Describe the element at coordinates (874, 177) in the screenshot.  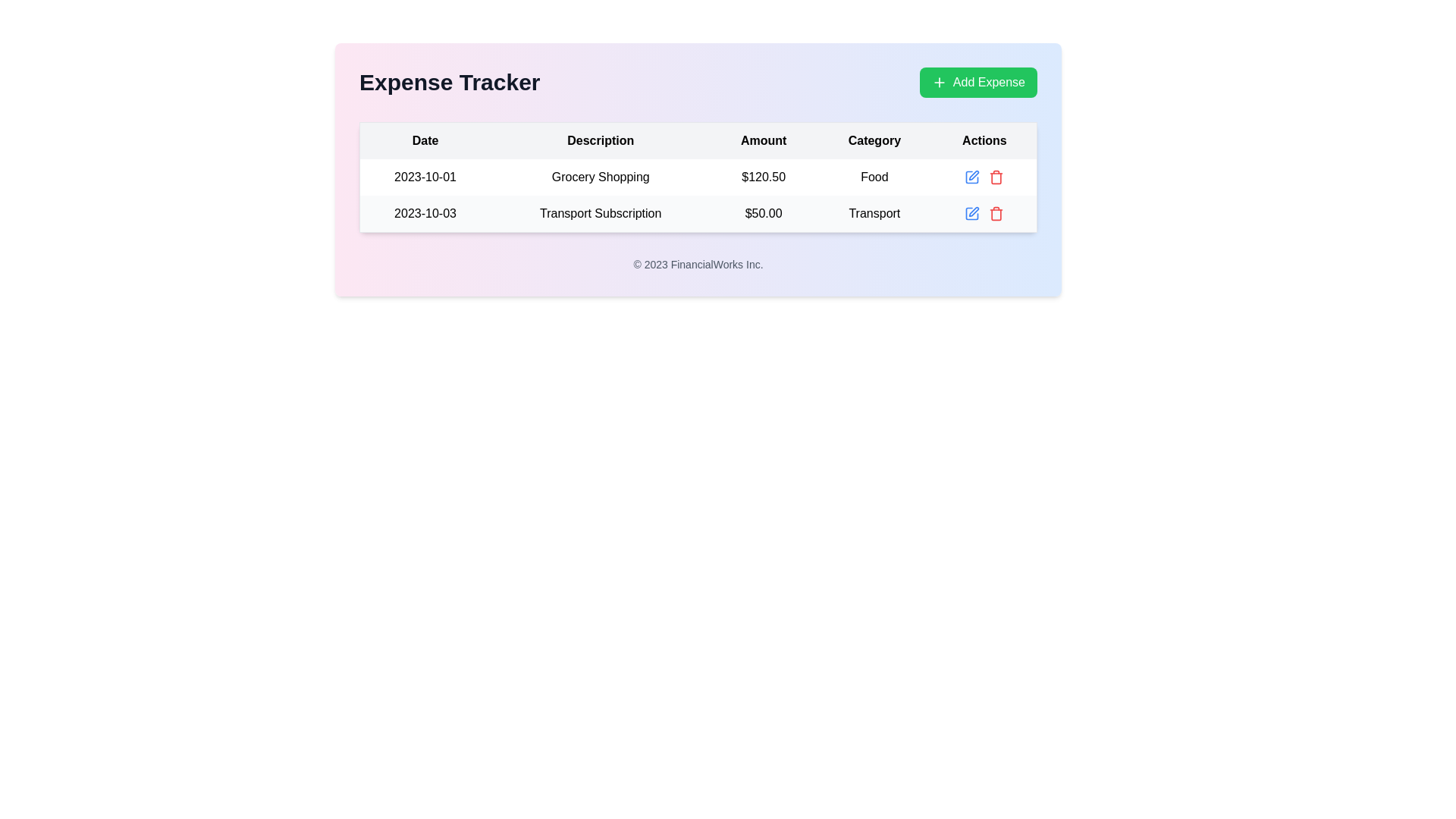
I see `the text label displaying 'Food' in the fourth column of the first row in the table, which is centered and styled with padding` at that location.